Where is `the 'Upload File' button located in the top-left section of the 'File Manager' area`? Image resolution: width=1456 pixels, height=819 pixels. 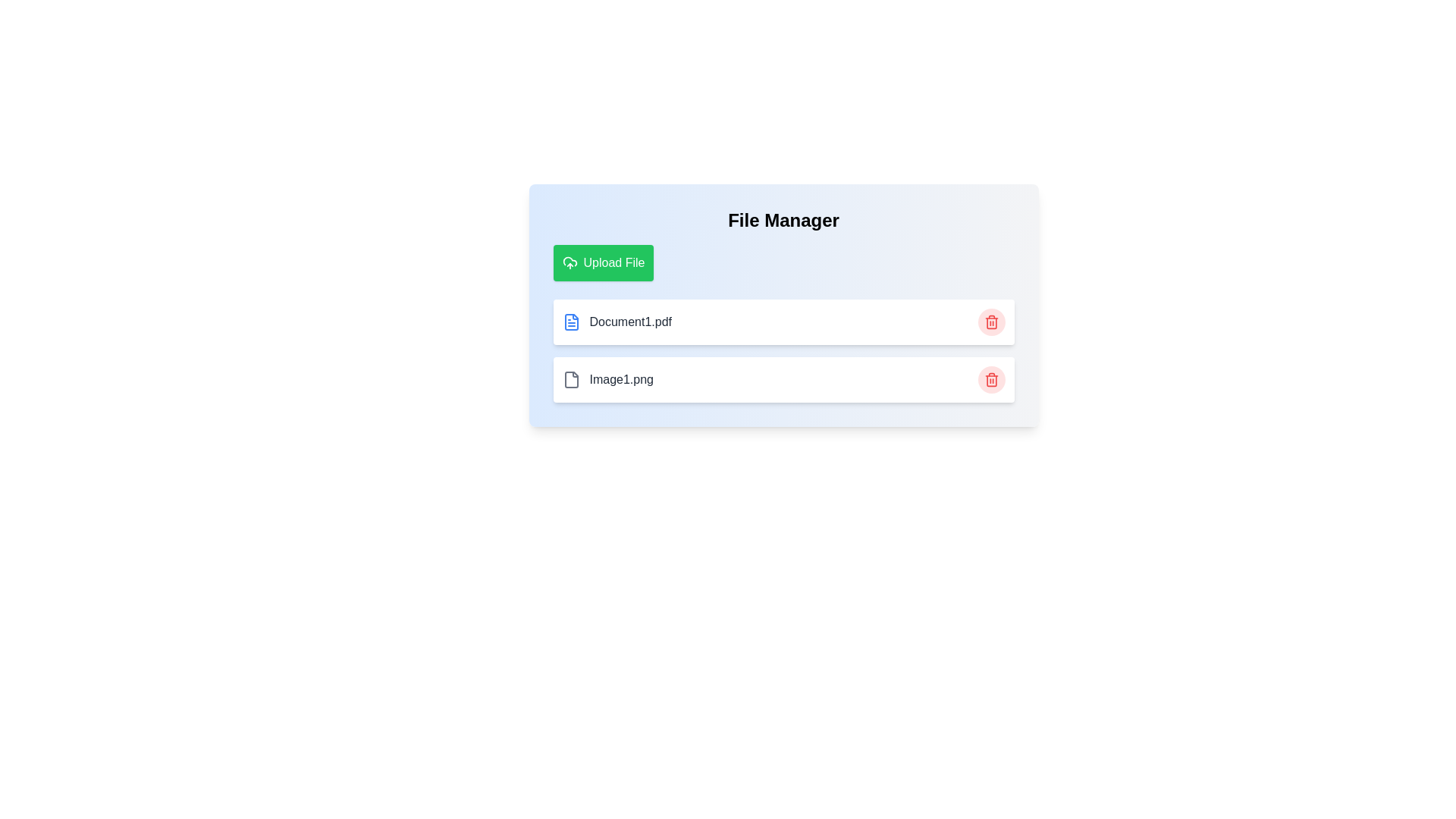 the 'Upload File' button located in the top-left section of the 'File Manager' area is located at coordinates (569, 262).